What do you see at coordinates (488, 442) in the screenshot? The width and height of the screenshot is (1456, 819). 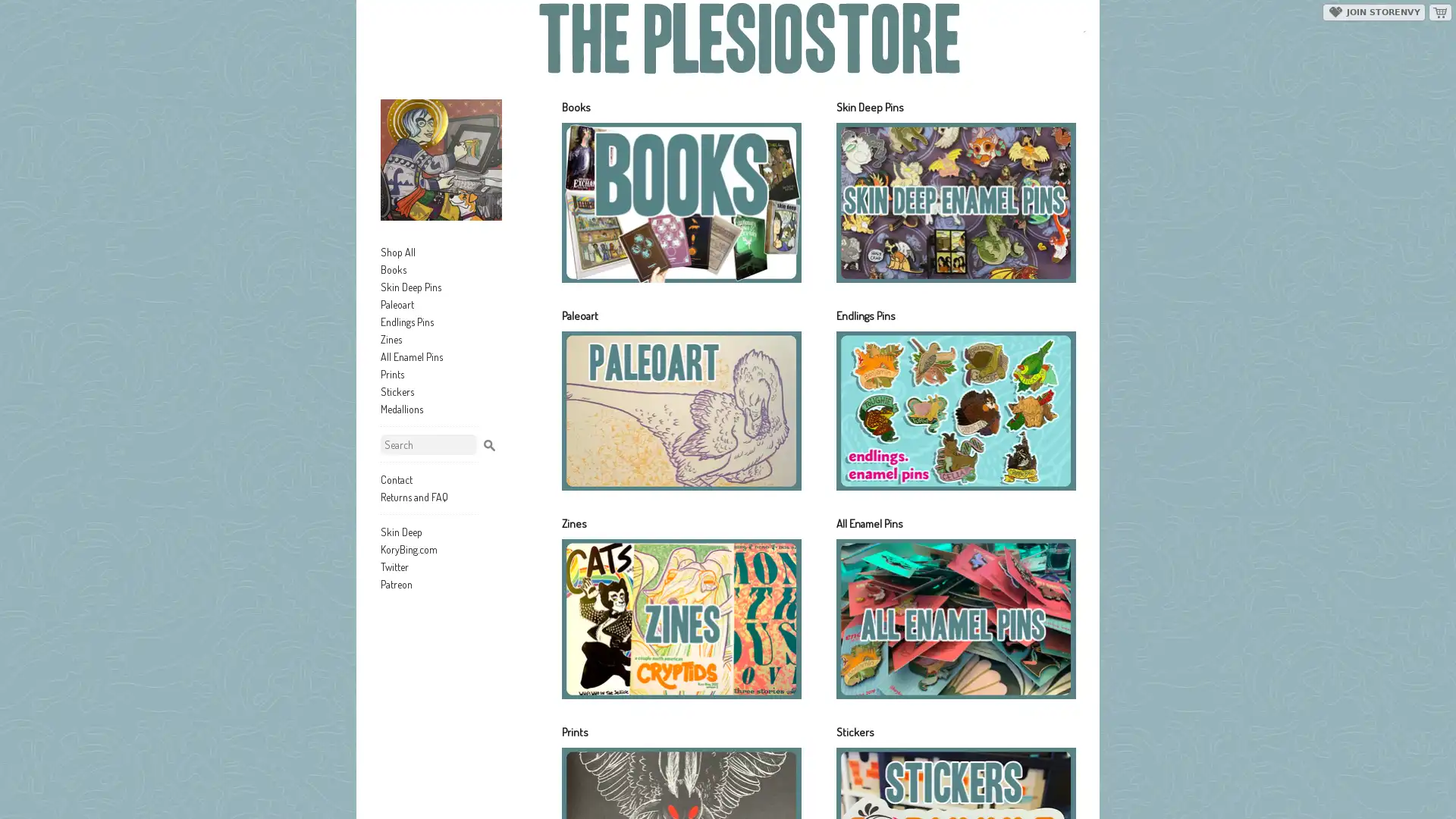 I see `Search` at bounding box center [488, 442].